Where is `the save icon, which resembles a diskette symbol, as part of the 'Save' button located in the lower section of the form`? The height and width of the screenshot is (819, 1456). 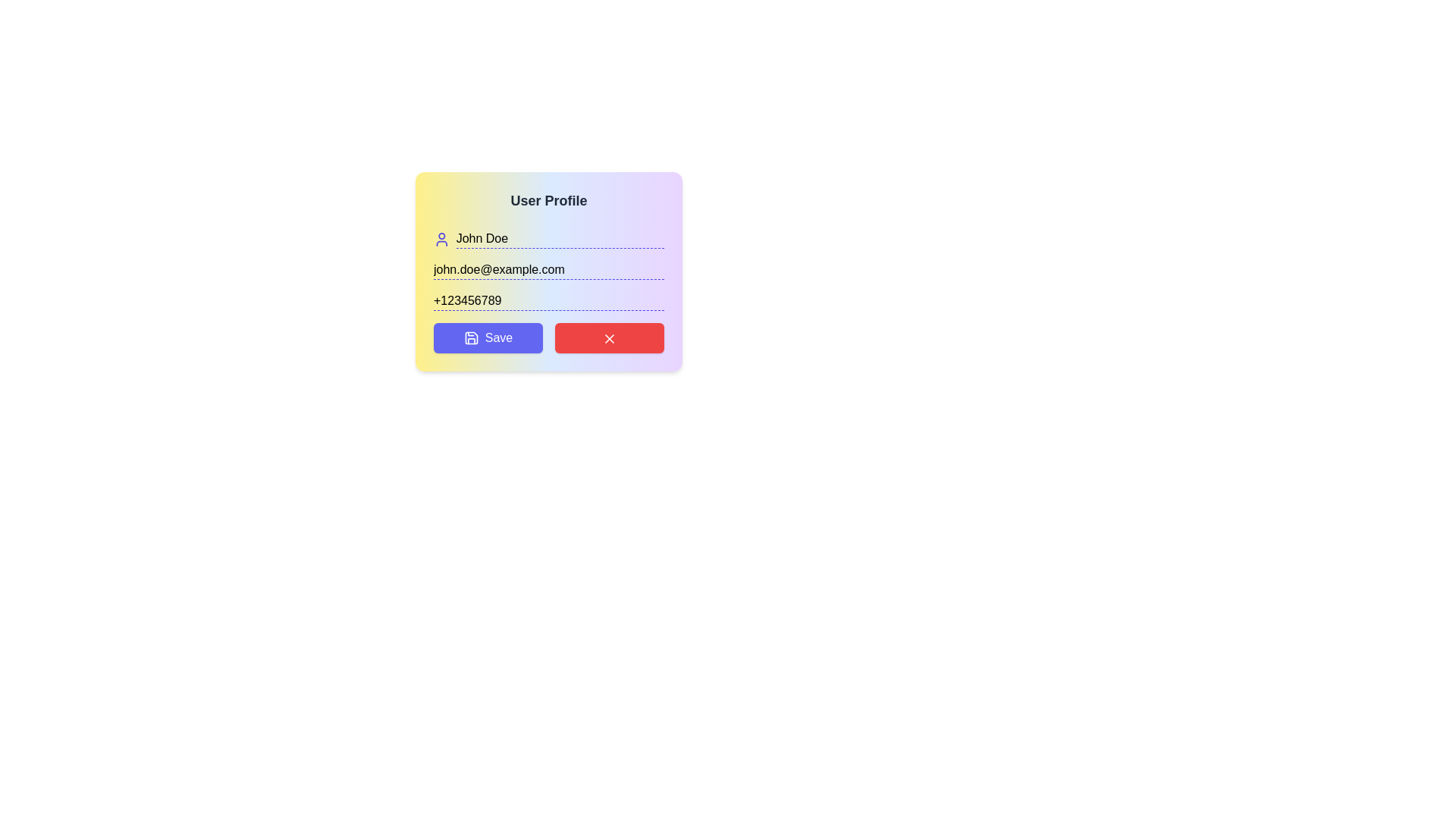
the save icon, which resembles a diskette symbol, as part of the 'Save' button located in the lower section of the form is located at coordinates (470, 337).